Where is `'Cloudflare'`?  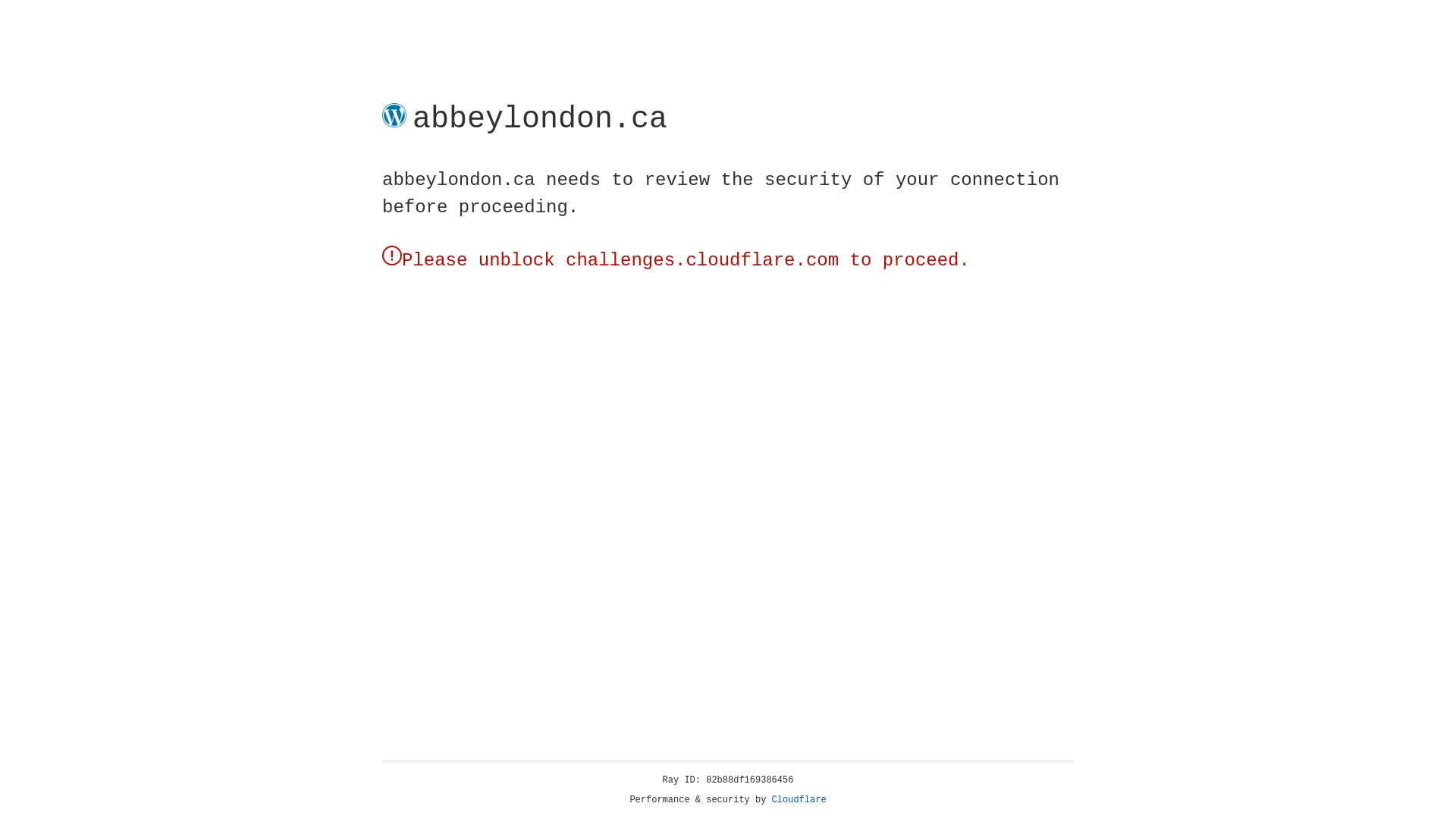
'Cloudflare' is located at coordinates (771, 799).